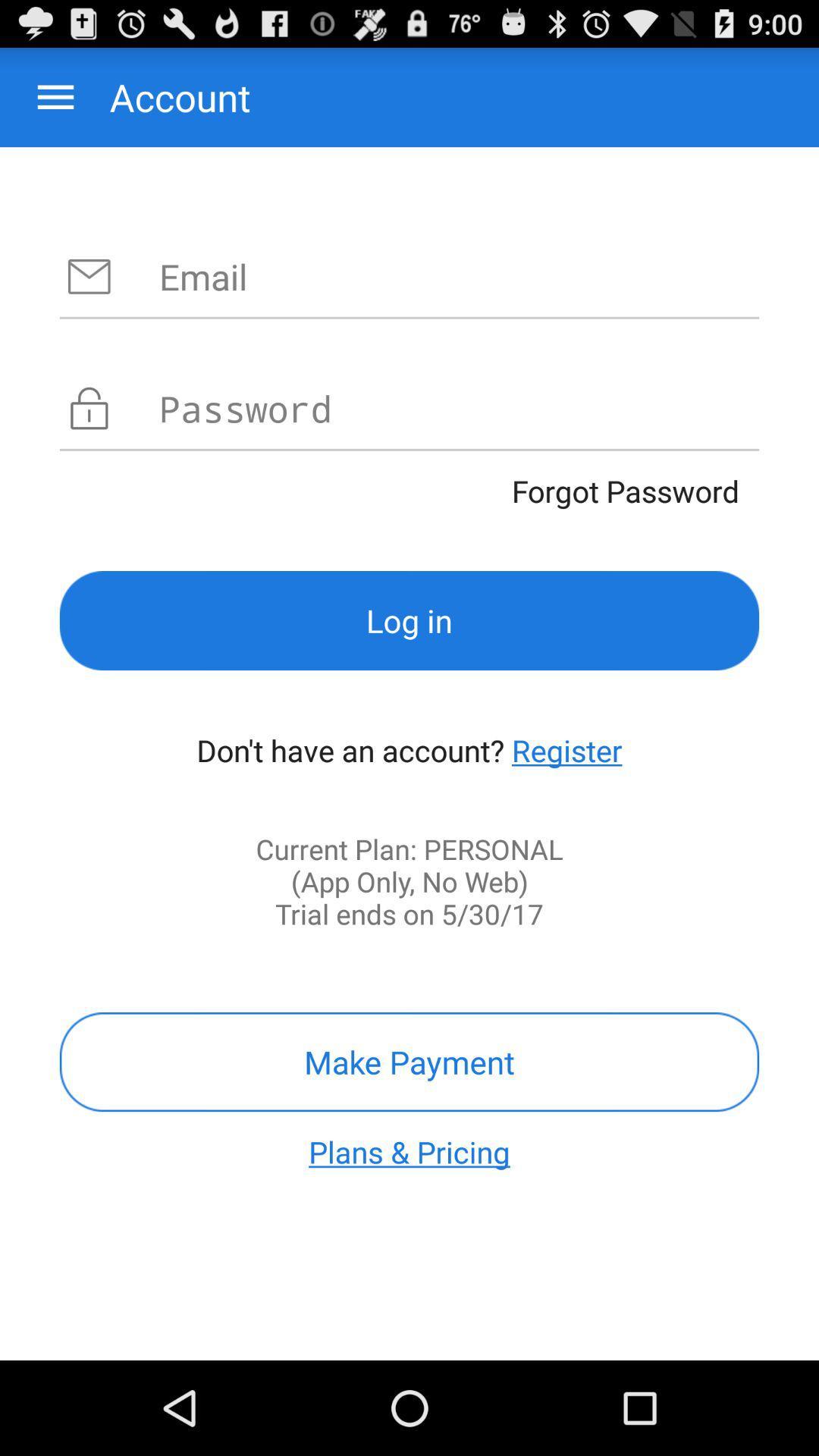  Describe the element at coordinates (566, 750) in the screenshot. I see `icon next to don t have icon` at that location.